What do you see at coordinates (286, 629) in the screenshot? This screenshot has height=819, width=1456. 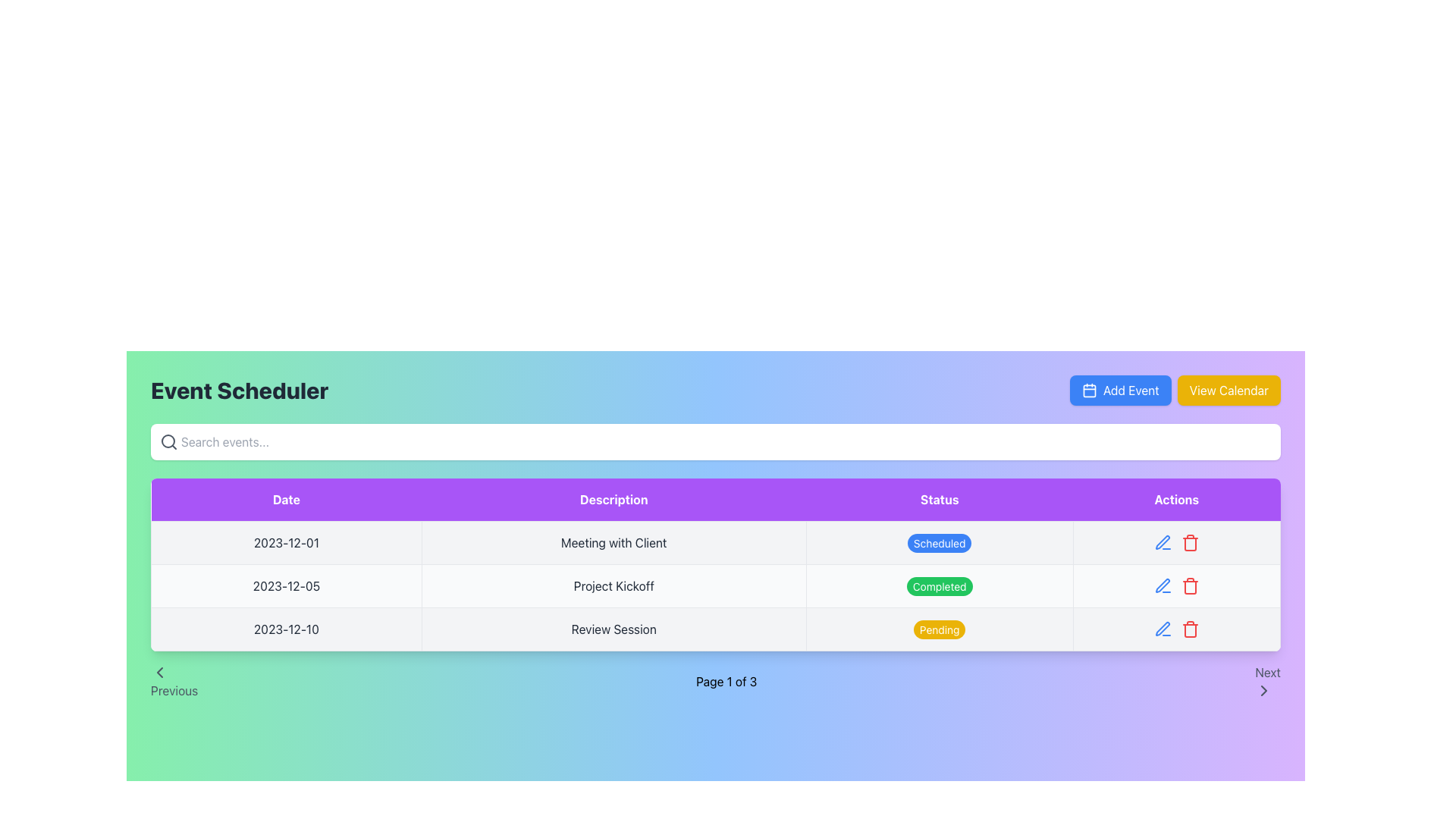 I see `the text element displaying '2023-12-10' in the 'Date' column of the third row of the table` at bounding box center [286, 629].